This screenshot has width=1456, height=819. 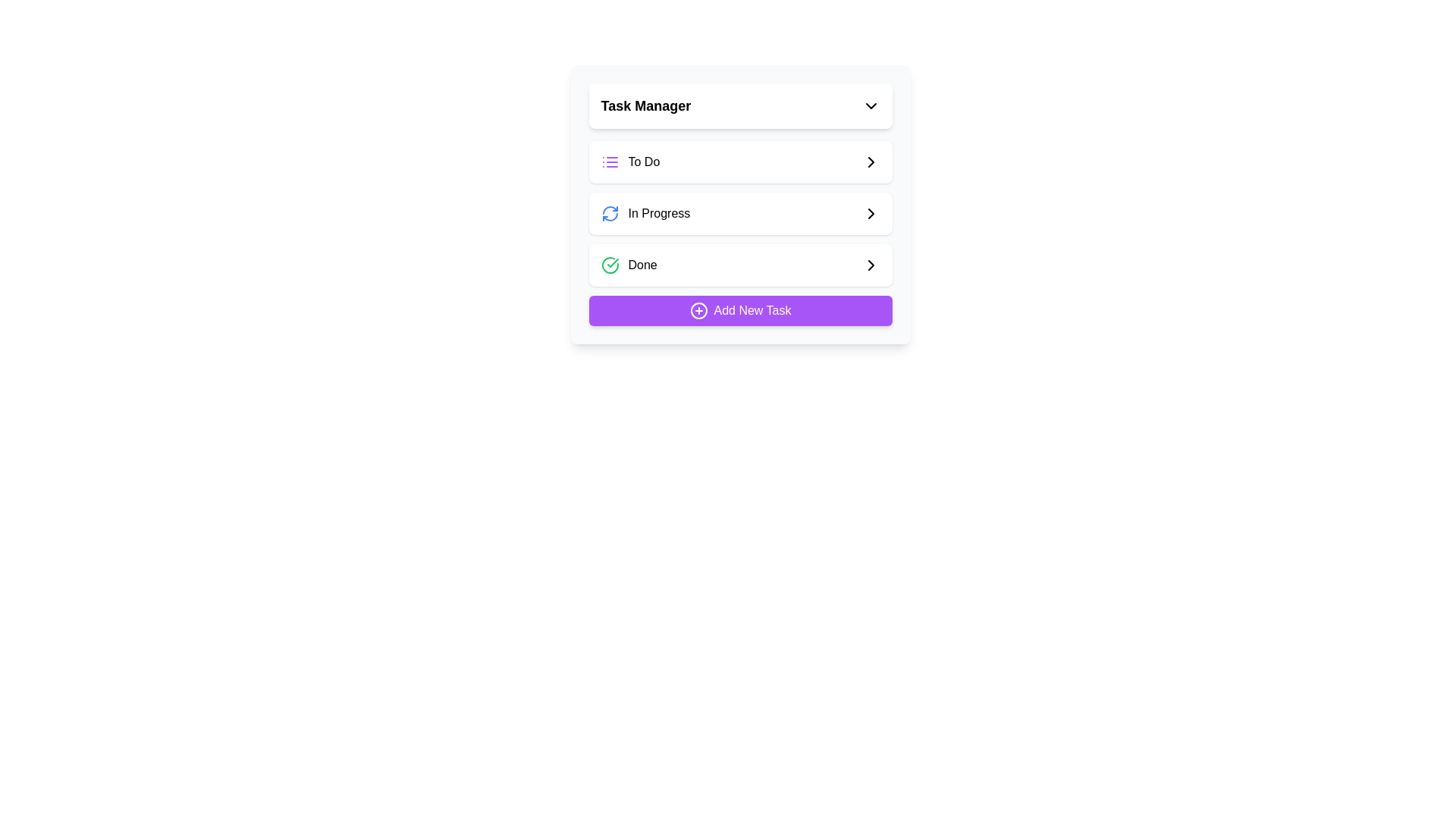 I want to click on text of the Label with accompanying icon located in the second row of the 'Task Manager,' below 'To Do' and above 'Done,' aligned with an arrow icon on the right, so click(x=645, y=213).